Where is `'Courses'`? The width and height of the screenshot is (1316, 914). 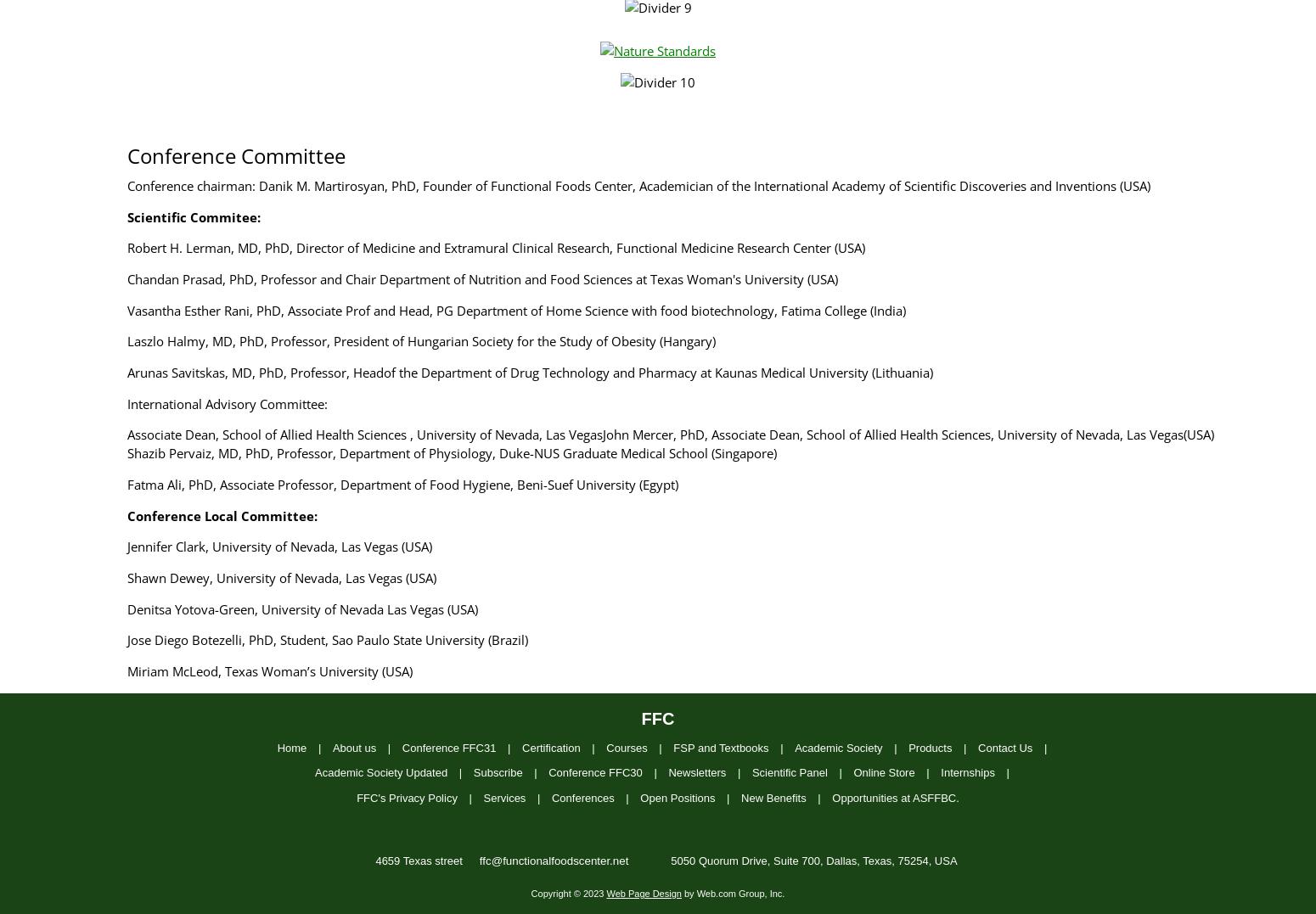
'Courses' is located at coordinates (626, 747).